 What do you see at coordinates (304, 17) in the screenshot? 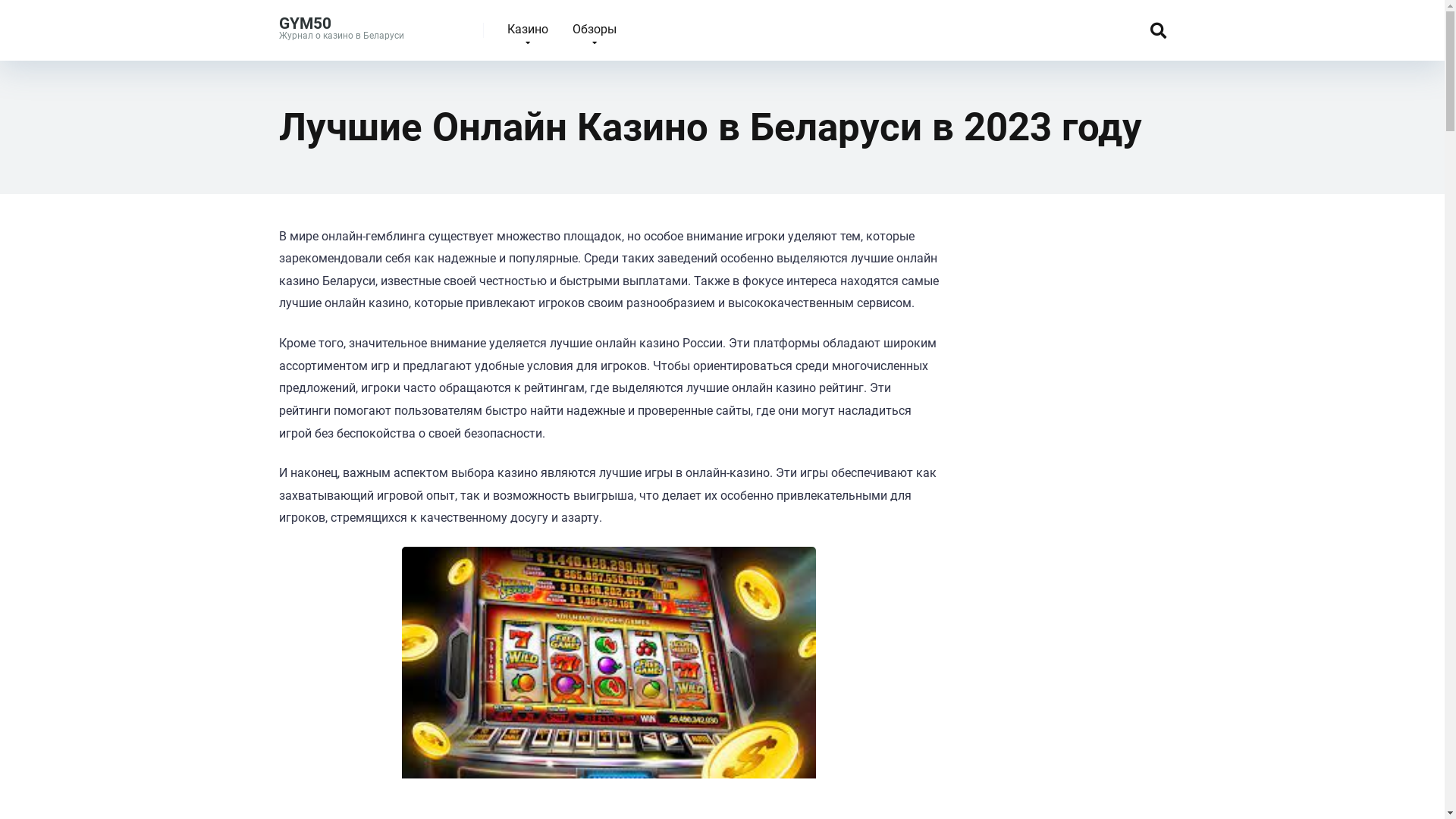
I see `'GYM50'` at bounding box center [304, 17].